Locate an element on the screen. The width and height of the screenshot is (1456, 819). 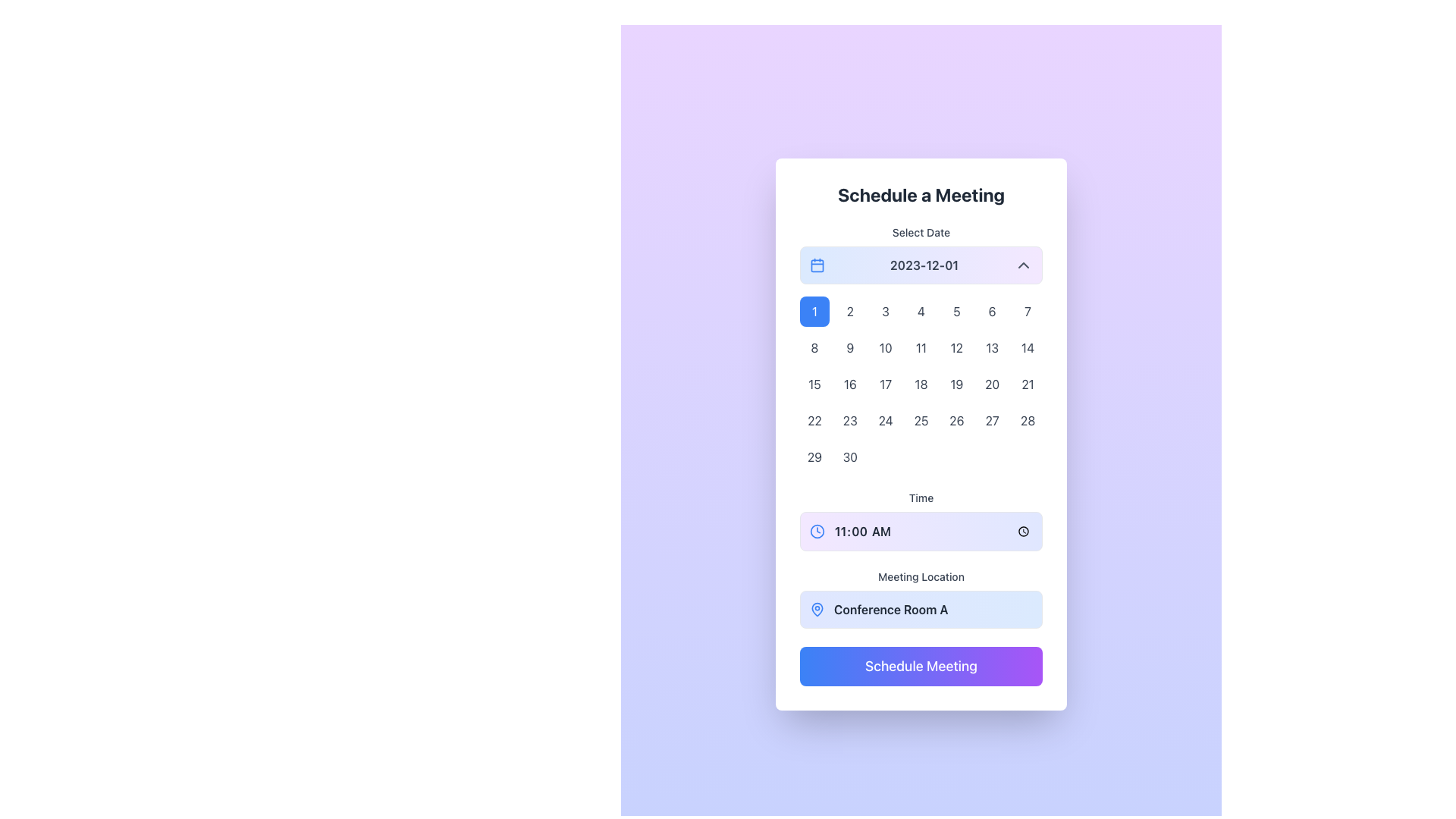
the calendar icon, which is blue and features a minimalist design with a square outline, located to the left of the date '2023-12-01' at the top section of the interface is located at coordinates (817, 265).